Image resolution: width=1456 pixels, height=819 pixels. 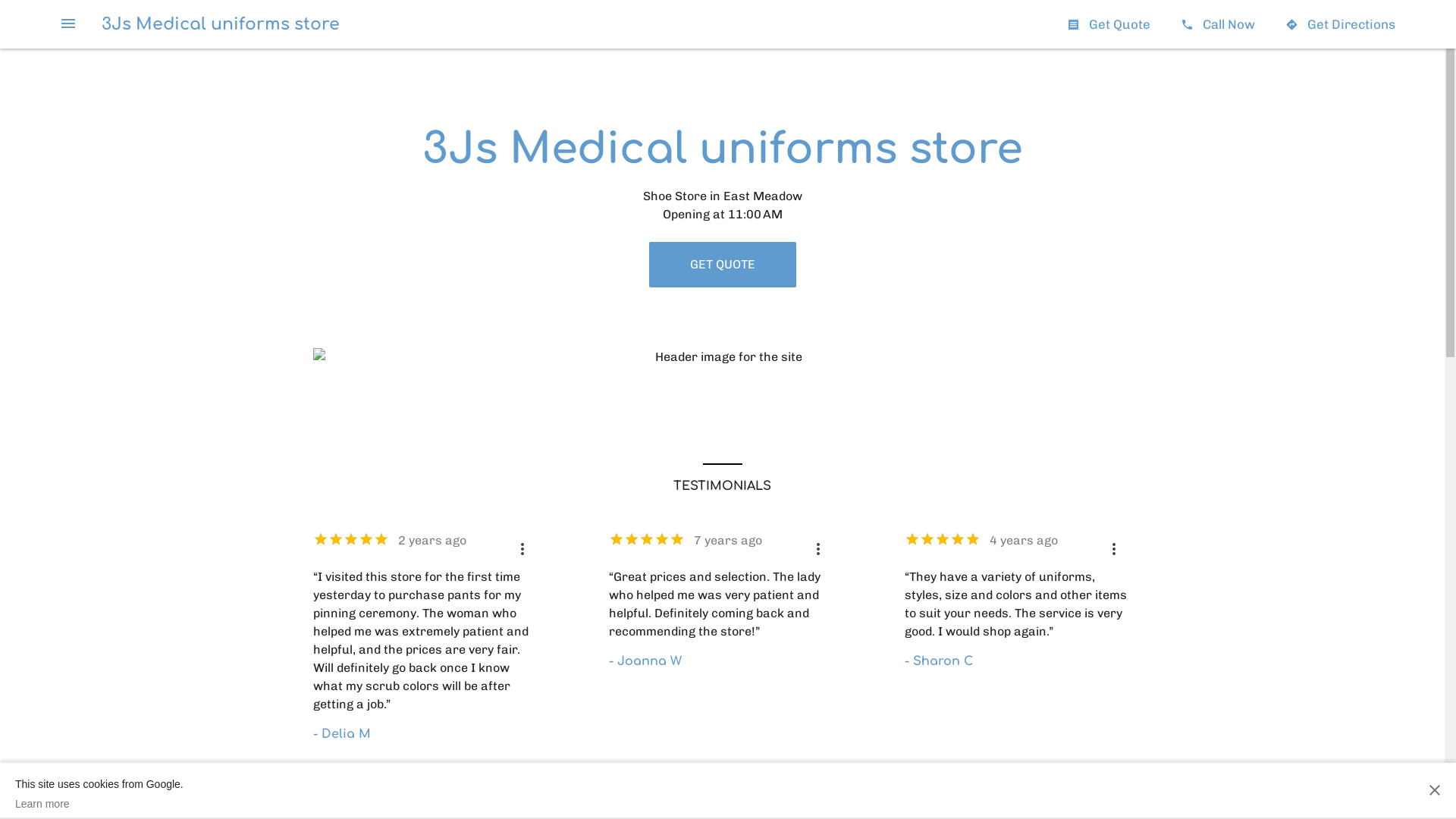 I want to click on 'GET QUOTE', so click(x=722, y=263).